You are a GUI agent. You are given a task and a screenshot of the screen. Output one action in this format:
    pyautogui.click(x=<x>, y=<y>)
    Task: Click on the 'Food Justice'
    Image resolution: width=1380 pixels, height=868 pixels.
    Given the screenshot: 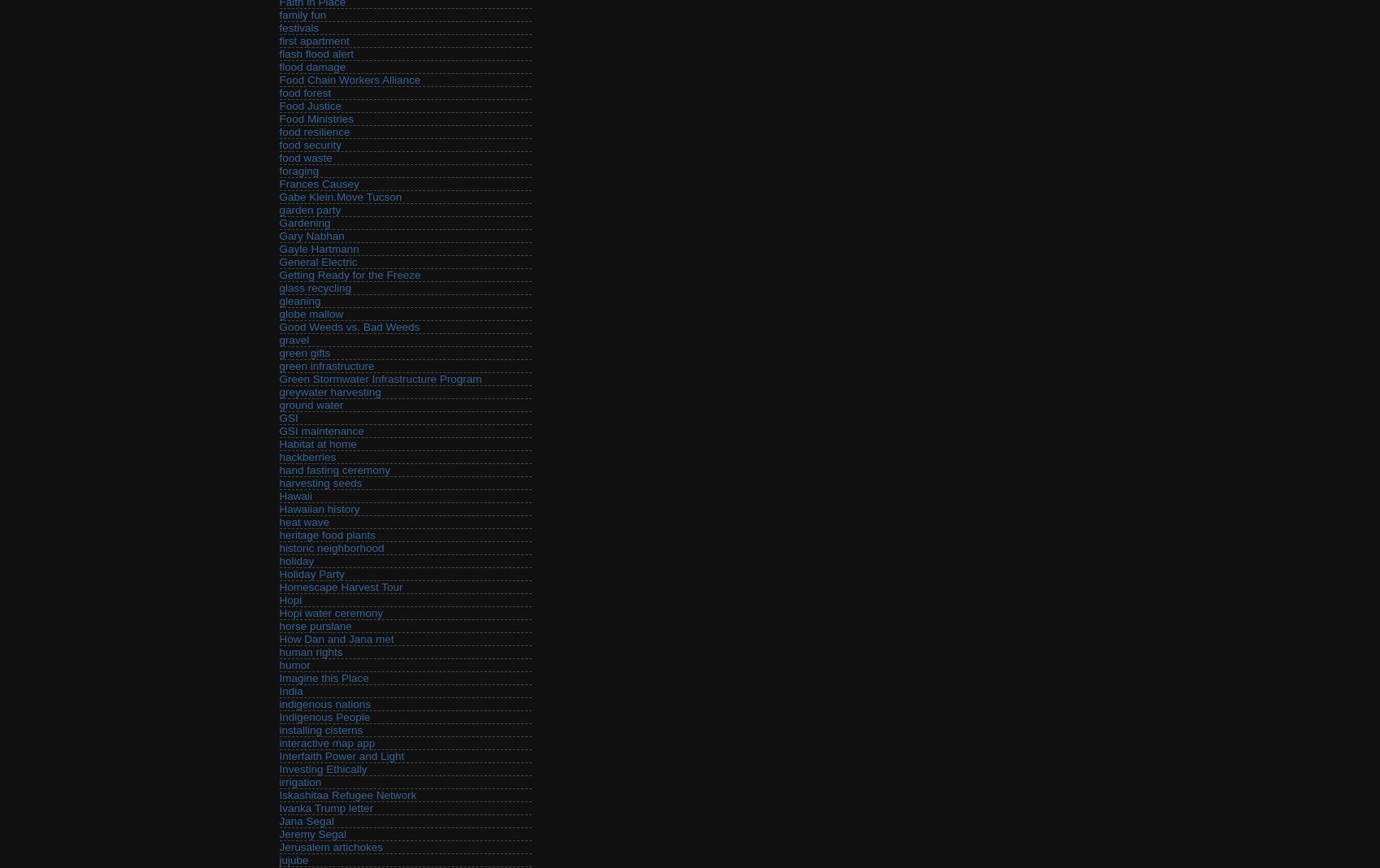 What is the action you would take?
    pyautogui.click(x=310, y=105)
    